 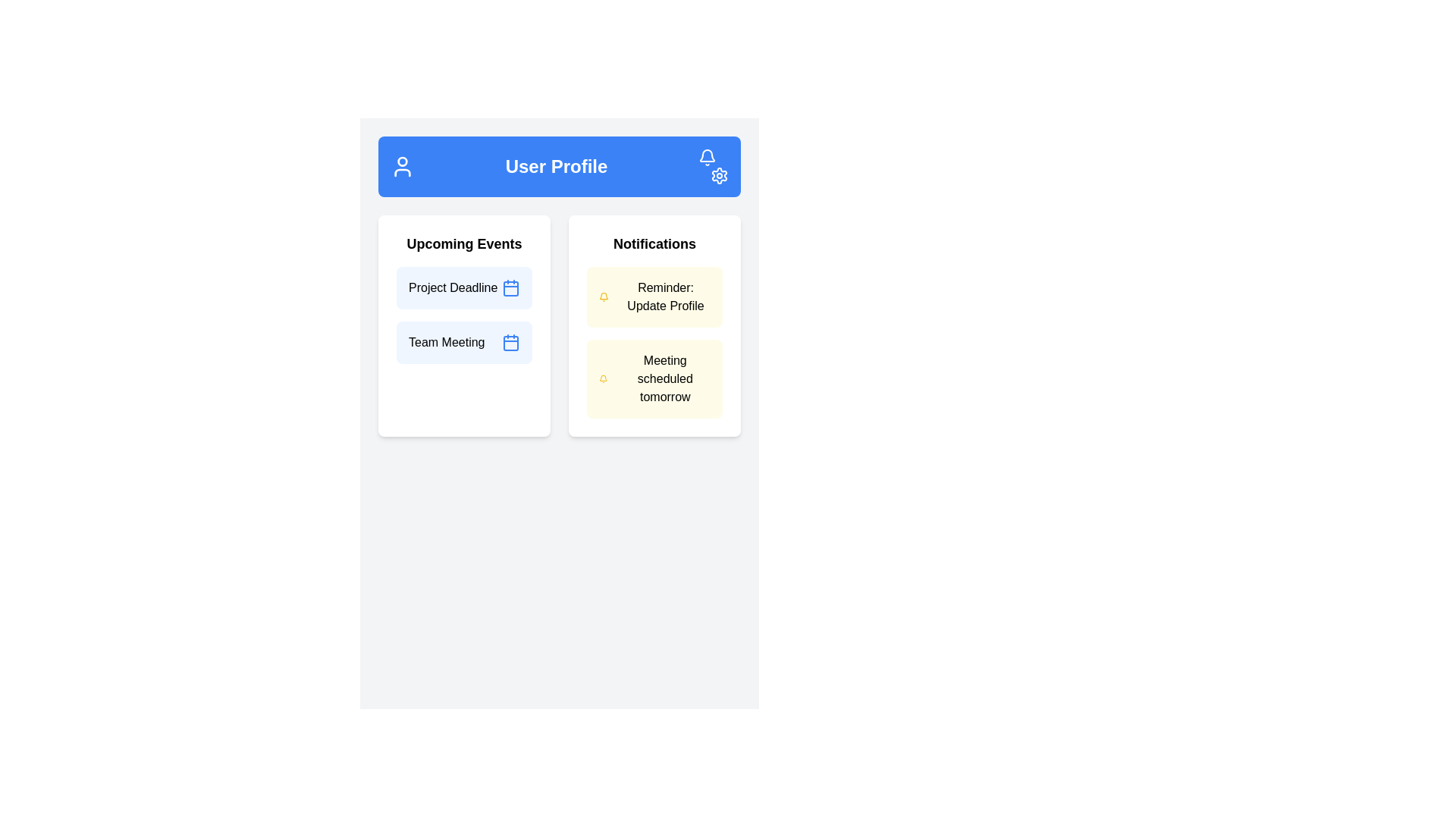 What do you see at coordinates (666, 297) in the screenshot?
I see `the text element displaying the message 'Reminder: Update Profile' within the Notifications section of the User Profile interface` at bounding box center [666, 297].